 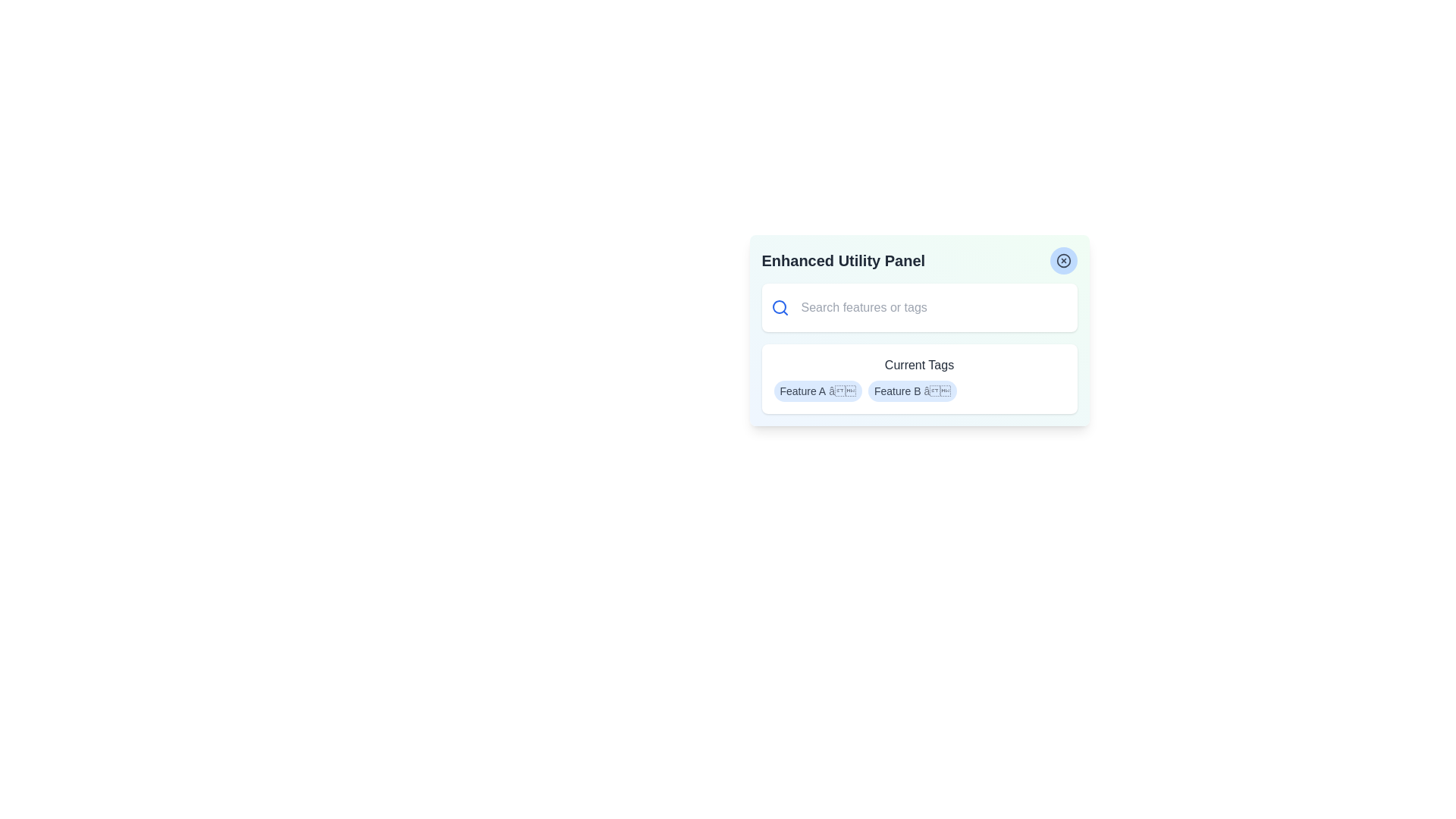 What do you see at coordinates (1062, 259) in the screenshot?
I see `the close button icon located in the top-right corner of the 'Enhanced Utility Panel' for keyboard navigation` at bounding box center [1062, 259].